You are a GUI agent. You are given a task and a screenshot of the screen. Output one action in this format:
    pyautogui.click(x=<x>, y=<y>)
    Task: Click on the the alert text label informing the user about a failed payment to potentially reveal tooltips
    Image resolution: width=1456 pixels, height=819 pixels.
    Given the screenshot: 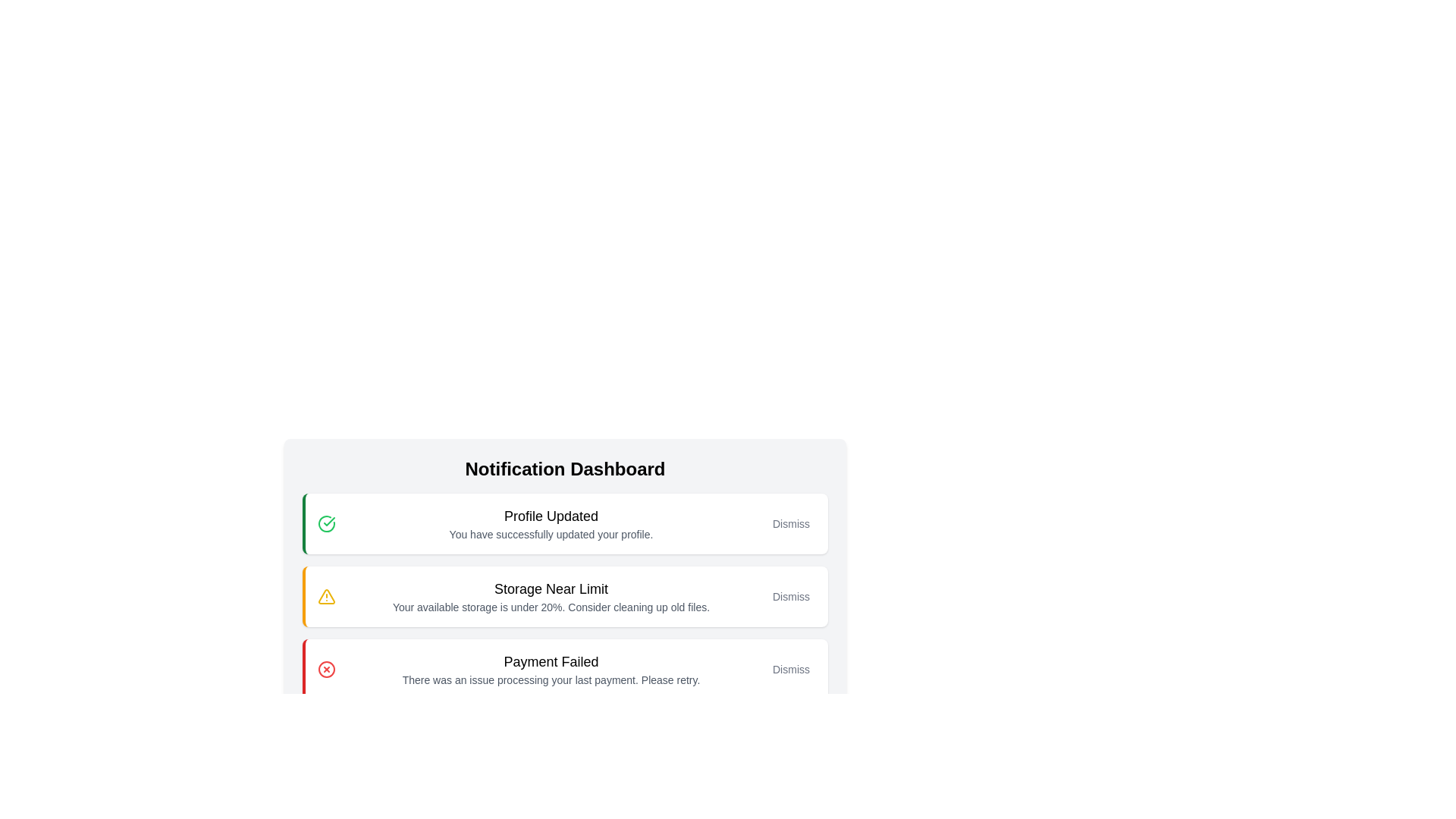 What is the action you would take?
    pyautogui.click(x=550, y=669)
    